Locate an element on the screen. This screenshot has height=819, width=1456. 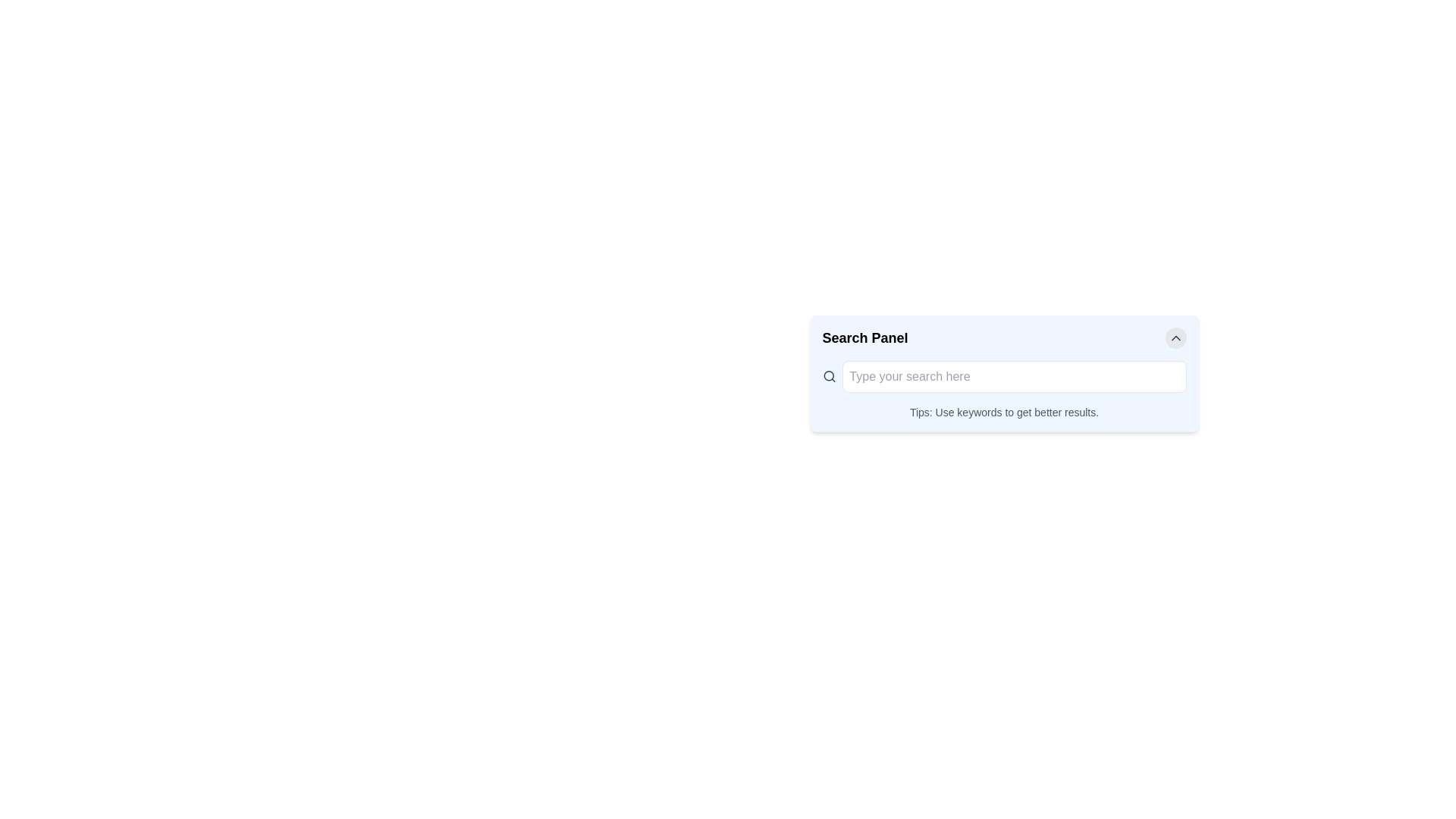
the 'up' direction icon located at the top-right corner of the search panel interface is located at coordinates (1175, 337).